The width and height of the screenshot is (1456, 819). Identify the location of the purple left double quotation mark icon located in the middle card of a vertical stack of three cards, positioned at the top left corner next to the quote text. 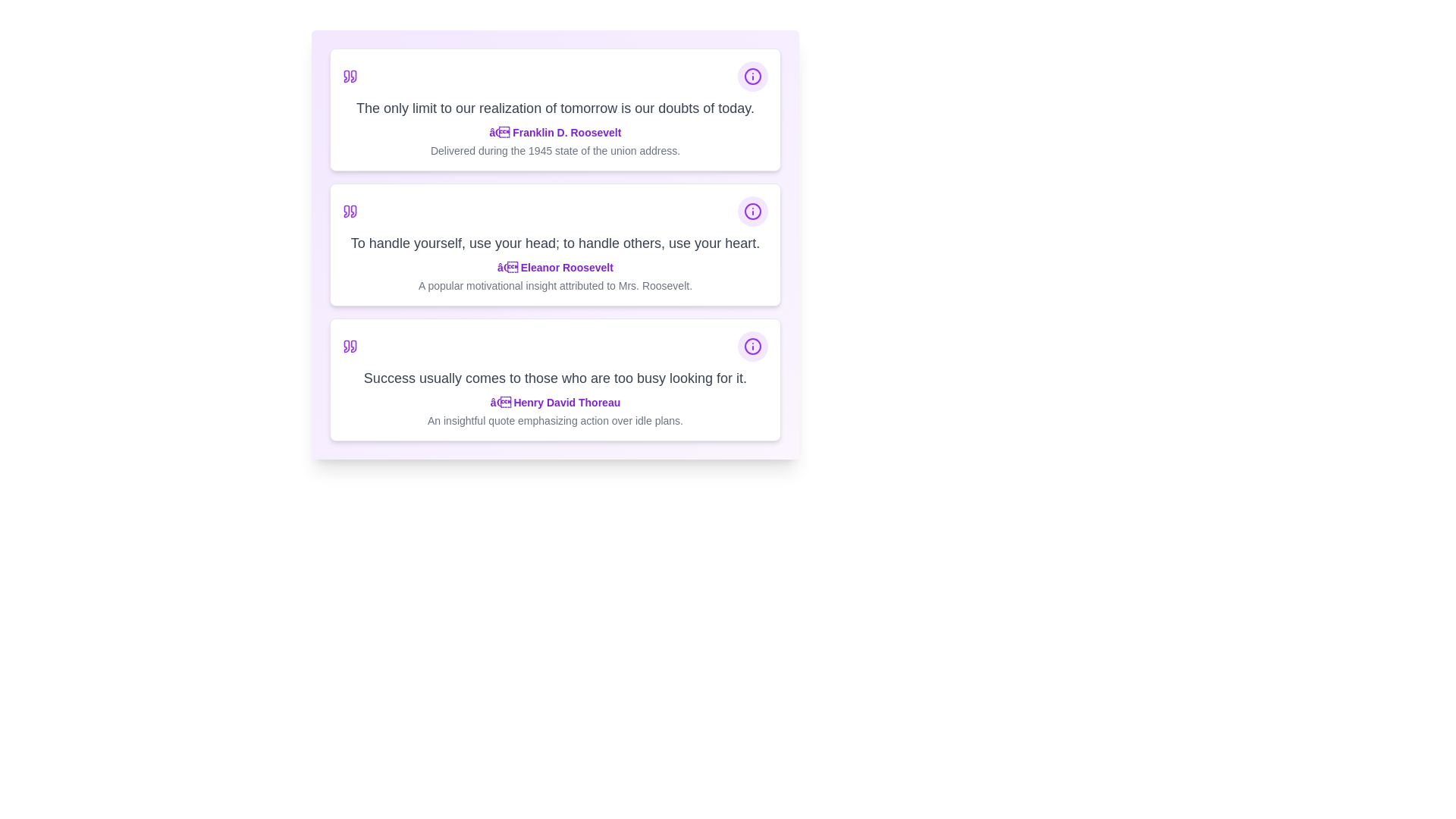
(346, 211).